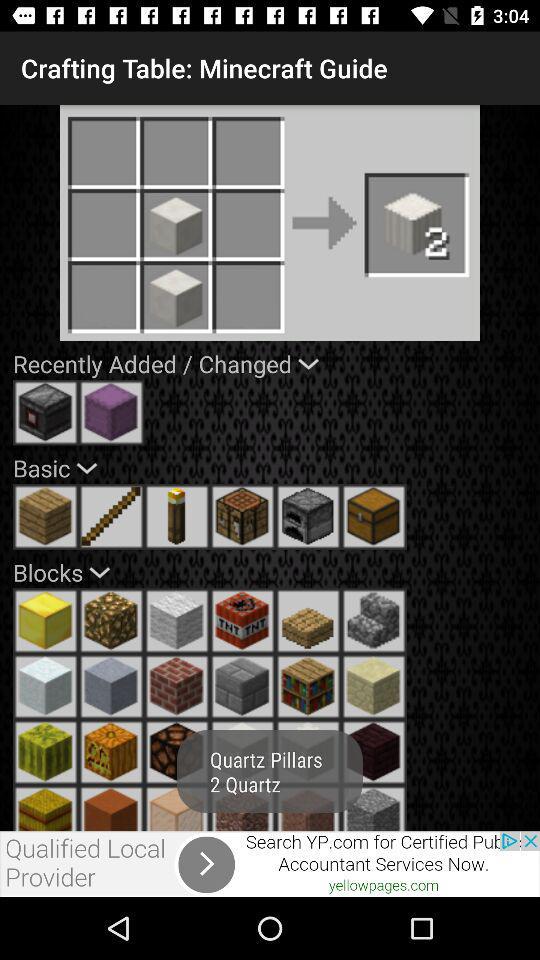 Image resolution: width=540 pixels, height=960 pixels. What do you see at coordinates (242, 751) in the screenshot?
I see `the quartz` at bounding box center [242, 751].